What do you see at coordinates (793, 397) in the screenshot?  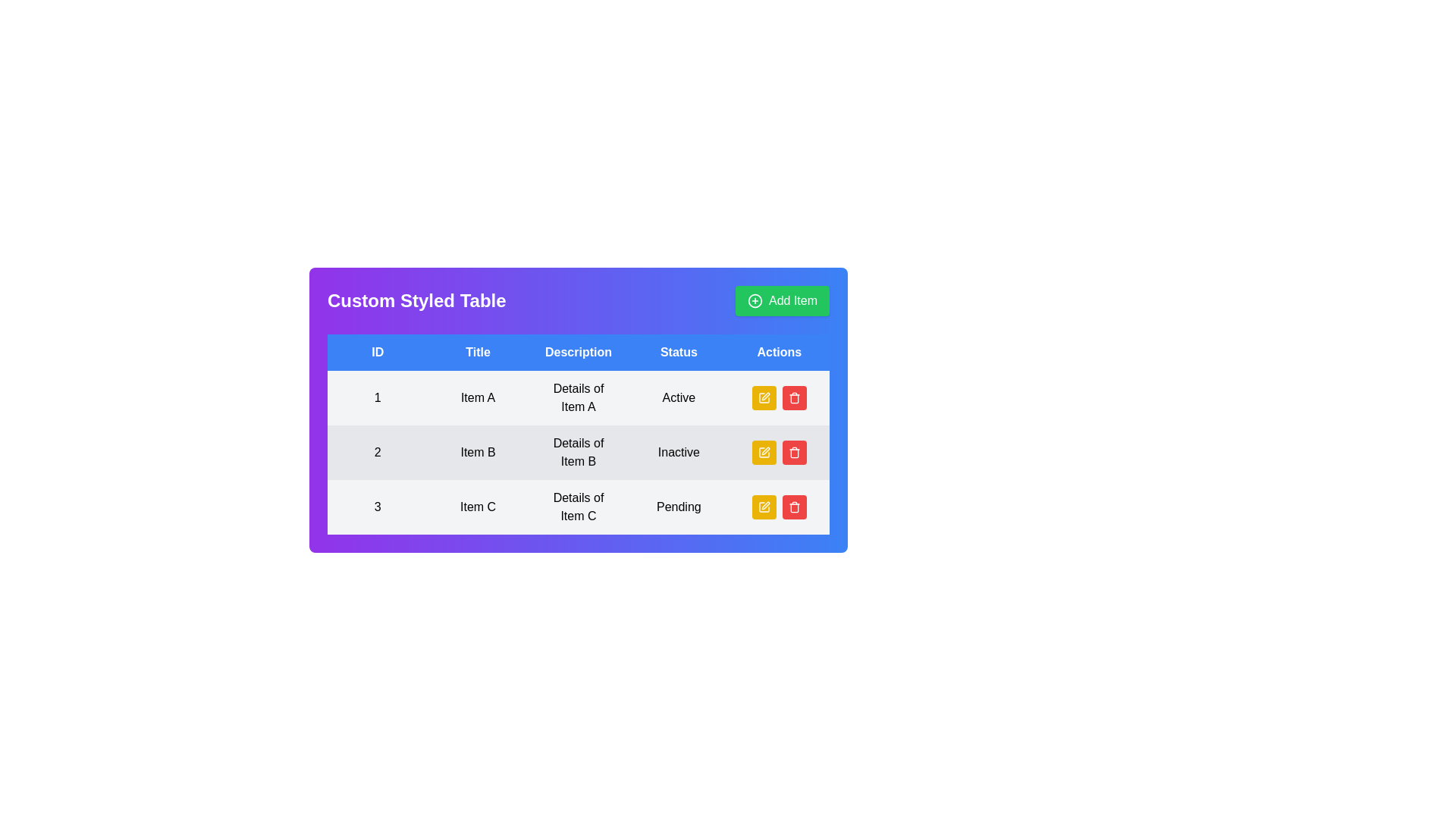 I see `the trash can icon button in the 'Actions' column of the table, specifically in the third row for 'Item C'` at bounding box center [793, 397].